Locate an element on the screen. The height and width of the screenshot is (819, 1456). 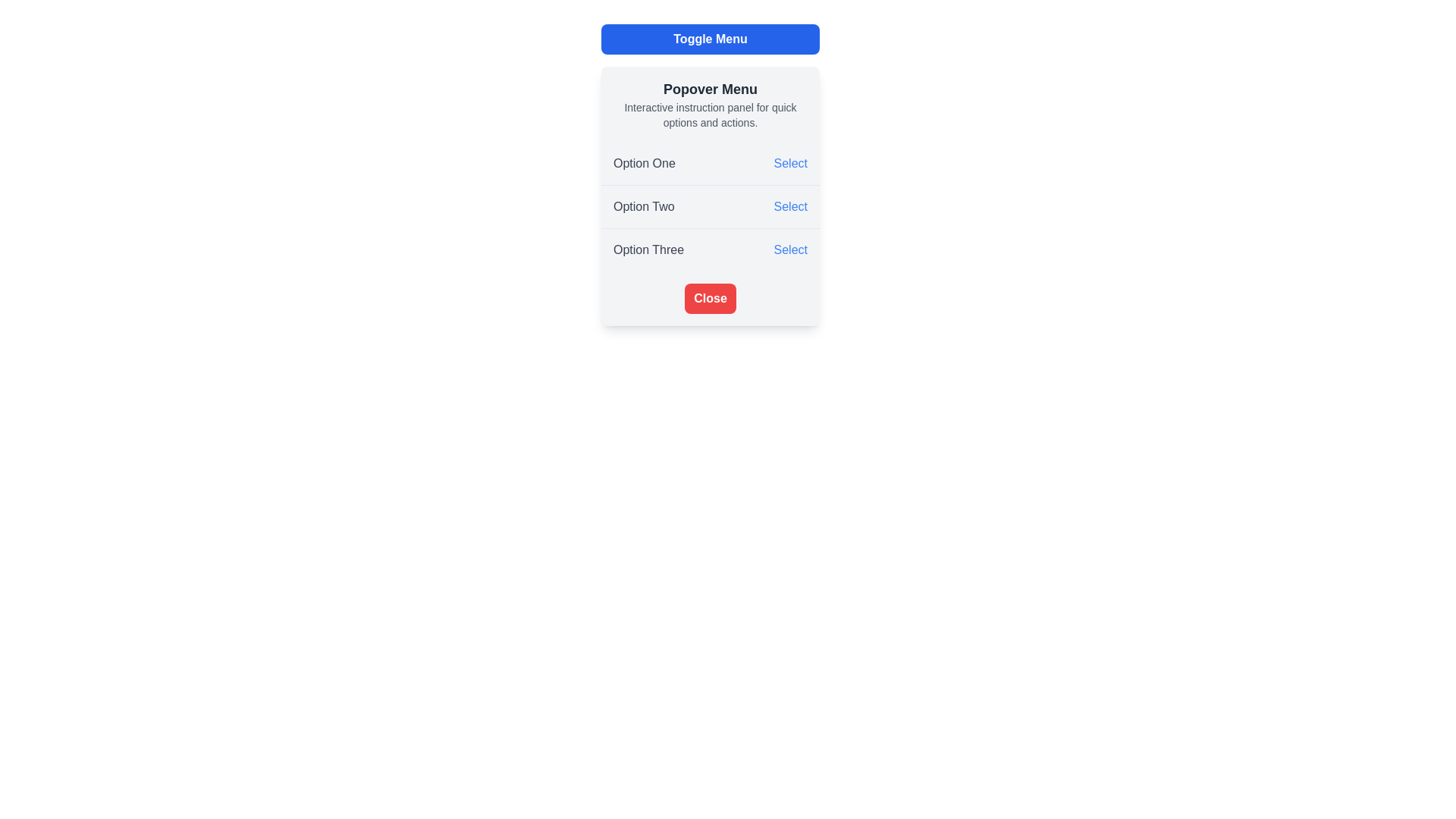
the close button located at the bottom of the centered pop-up menu is located at coordinates (709, 298).